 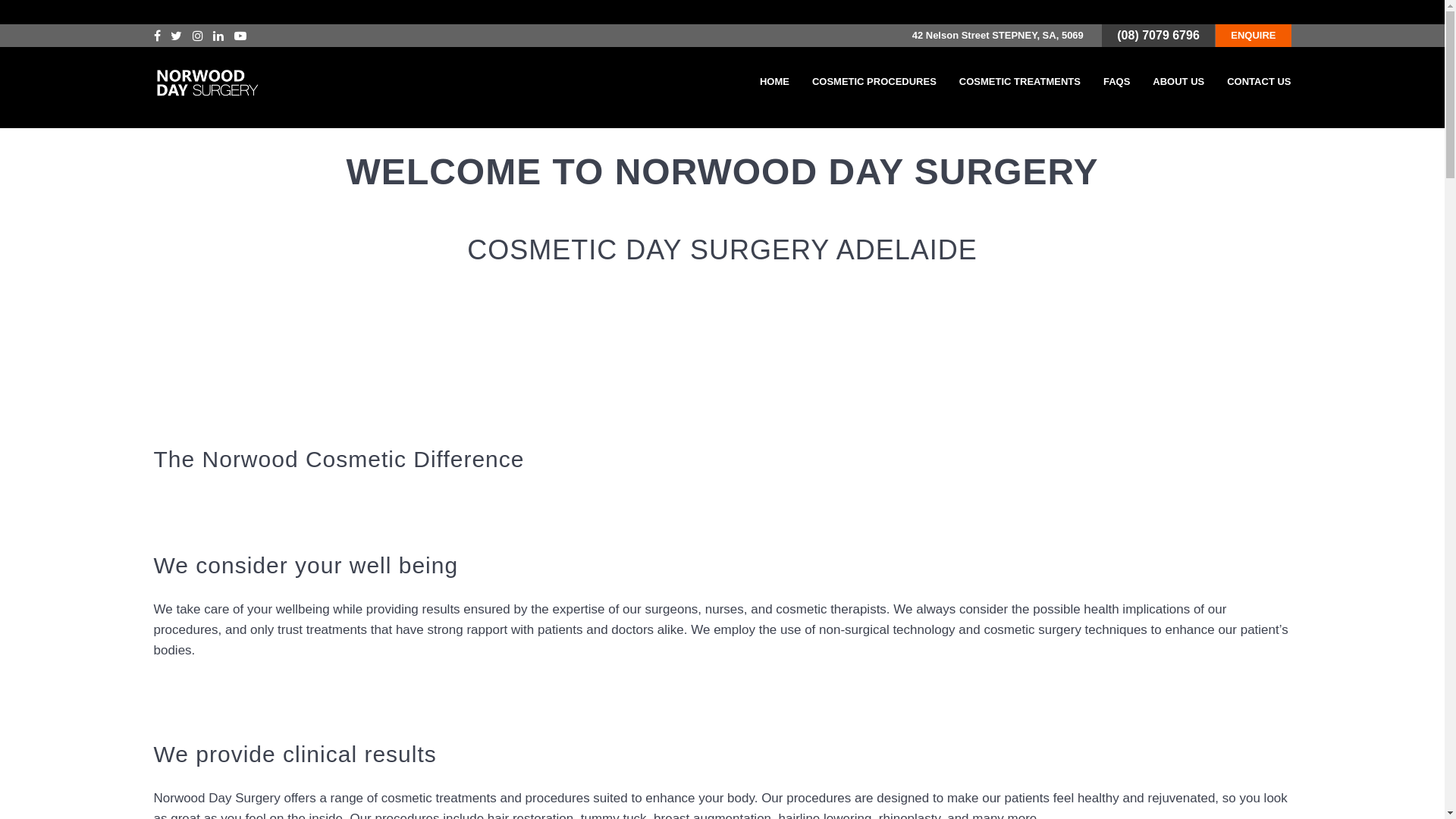 I want to click on 'ENQUIRE', so click(x=1253, y=34).